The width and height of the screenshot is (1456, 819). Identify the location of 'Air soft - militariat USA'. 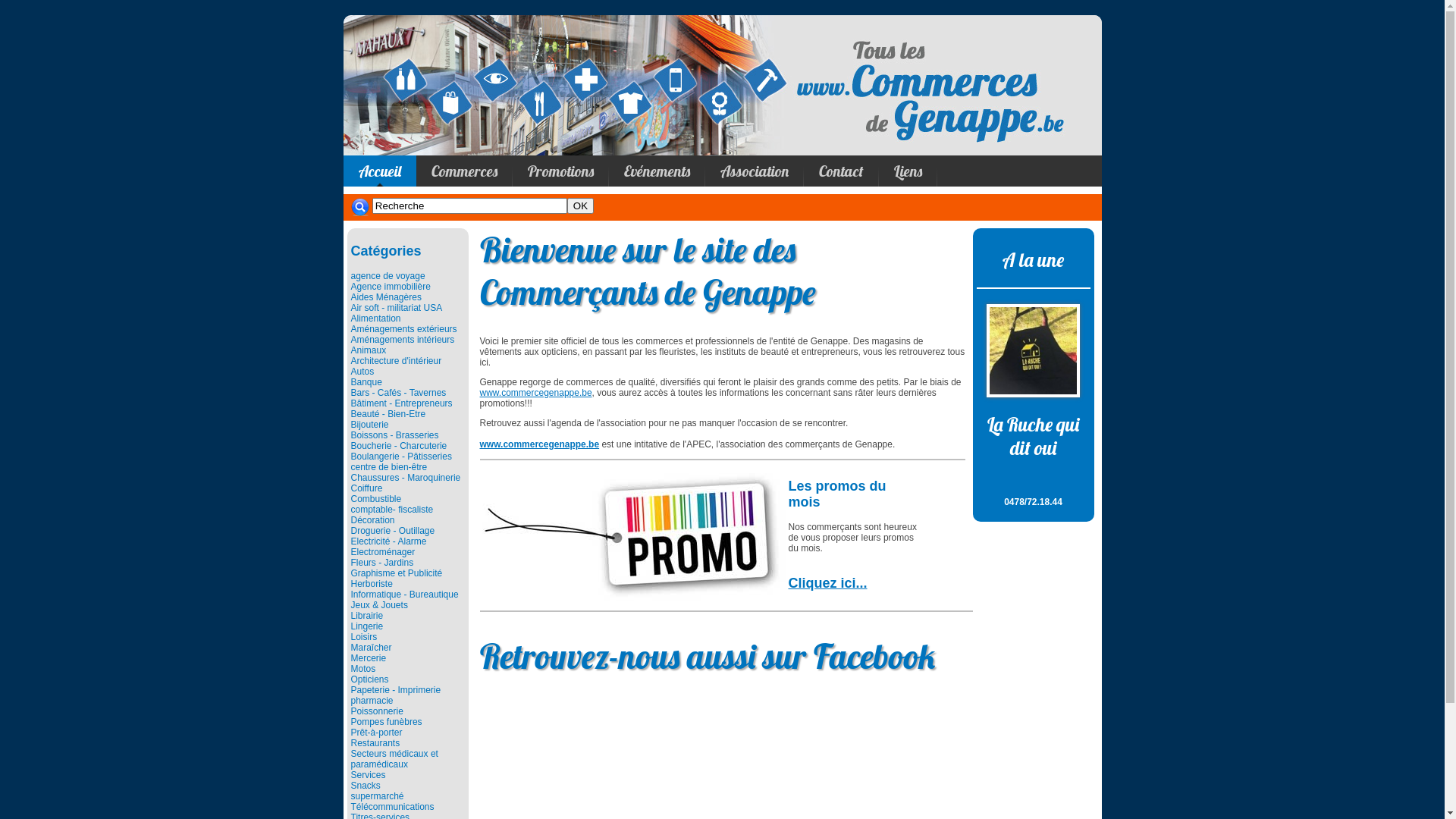
(396, 307).